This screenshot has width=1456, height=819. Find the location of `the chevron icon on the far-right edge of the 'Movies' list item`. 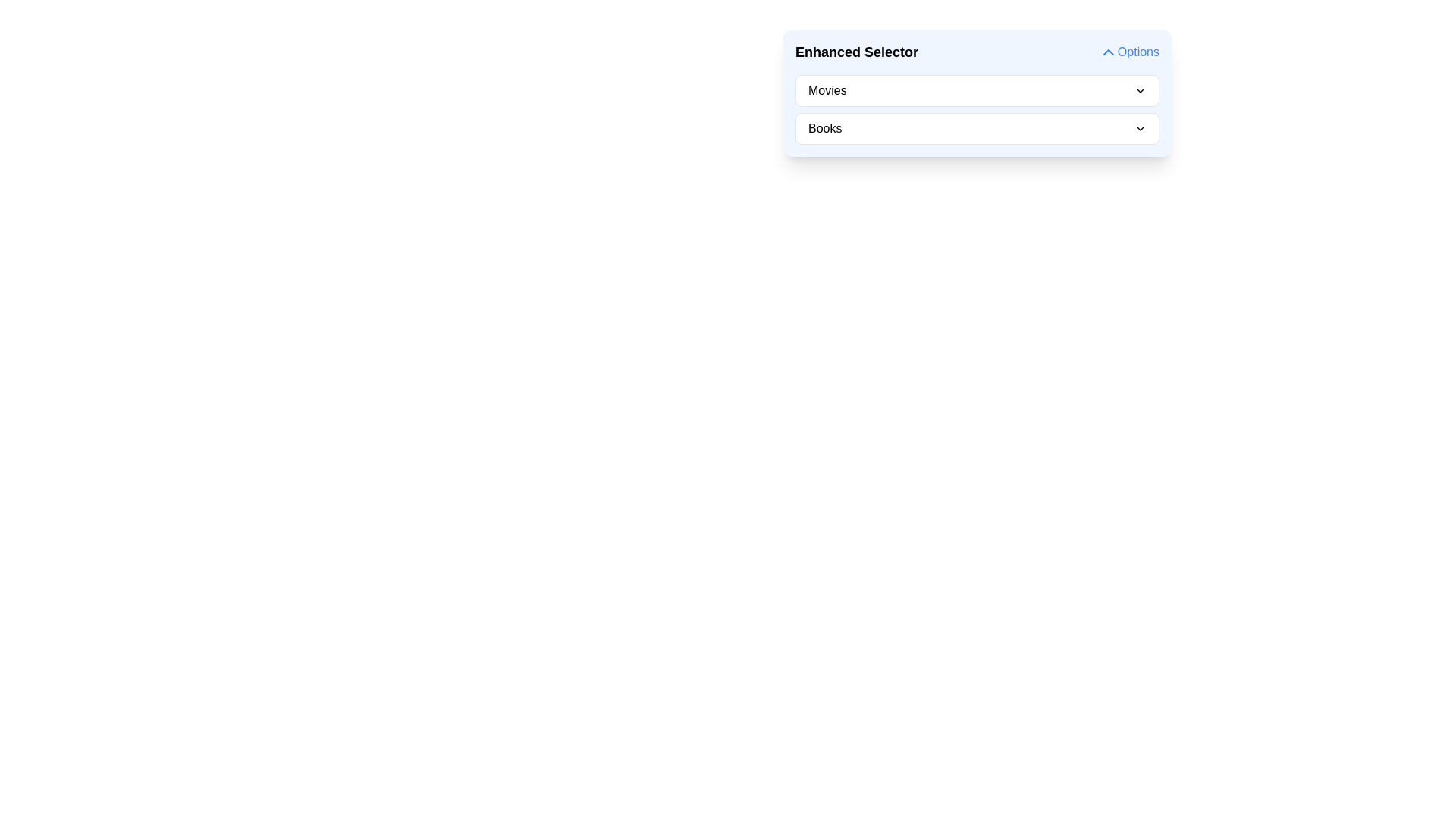

the chevron icon on the far-right edge of the 'Movies' list item is located at coordinates (1140, 90).